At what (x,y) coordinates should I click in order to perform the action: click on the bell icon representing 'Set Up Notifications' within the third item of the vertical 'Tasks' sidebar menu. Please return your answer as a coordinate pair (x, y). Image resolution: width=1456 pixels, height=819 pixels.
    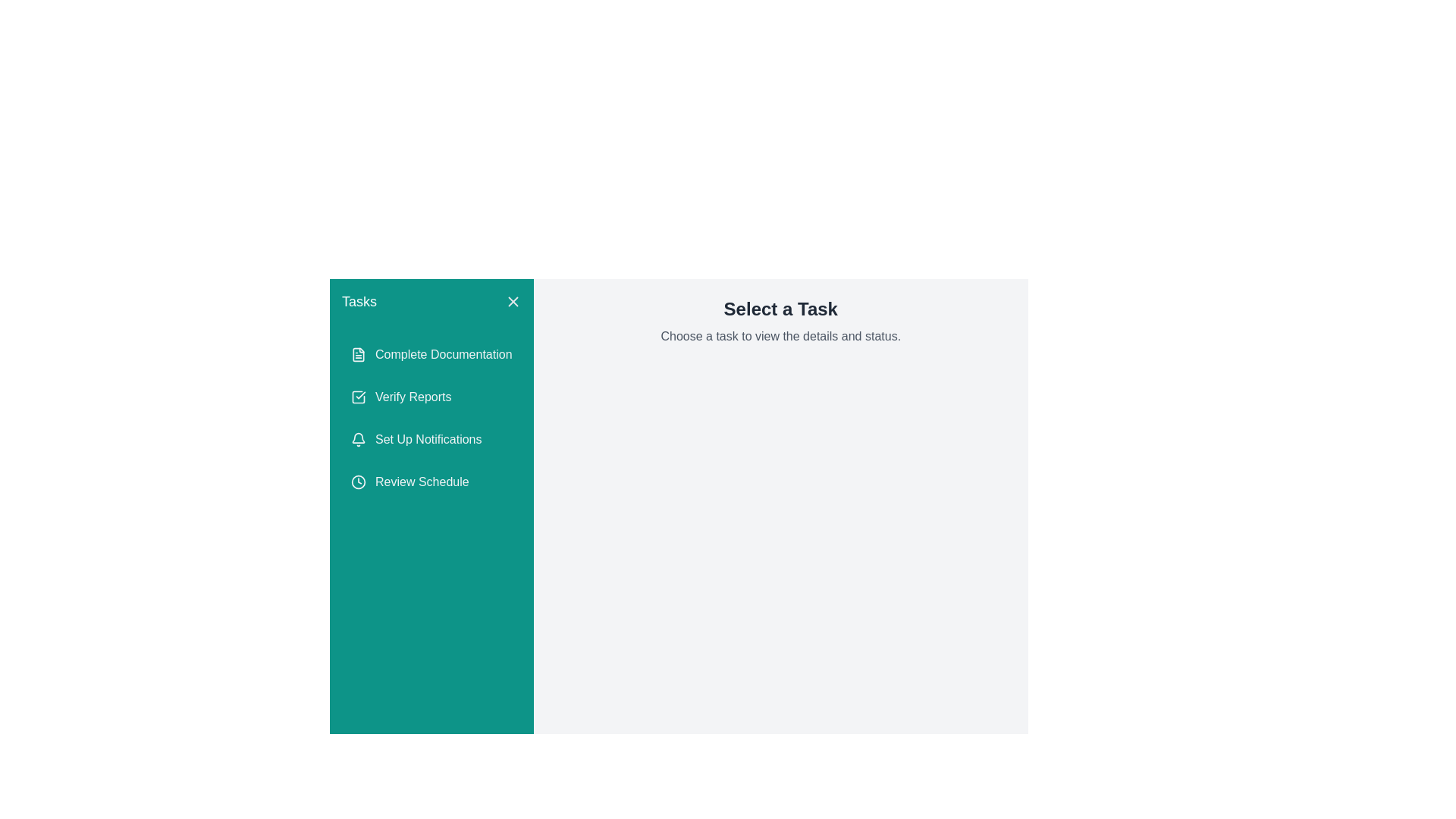
    Looking at the image, I should click on (358, 438).